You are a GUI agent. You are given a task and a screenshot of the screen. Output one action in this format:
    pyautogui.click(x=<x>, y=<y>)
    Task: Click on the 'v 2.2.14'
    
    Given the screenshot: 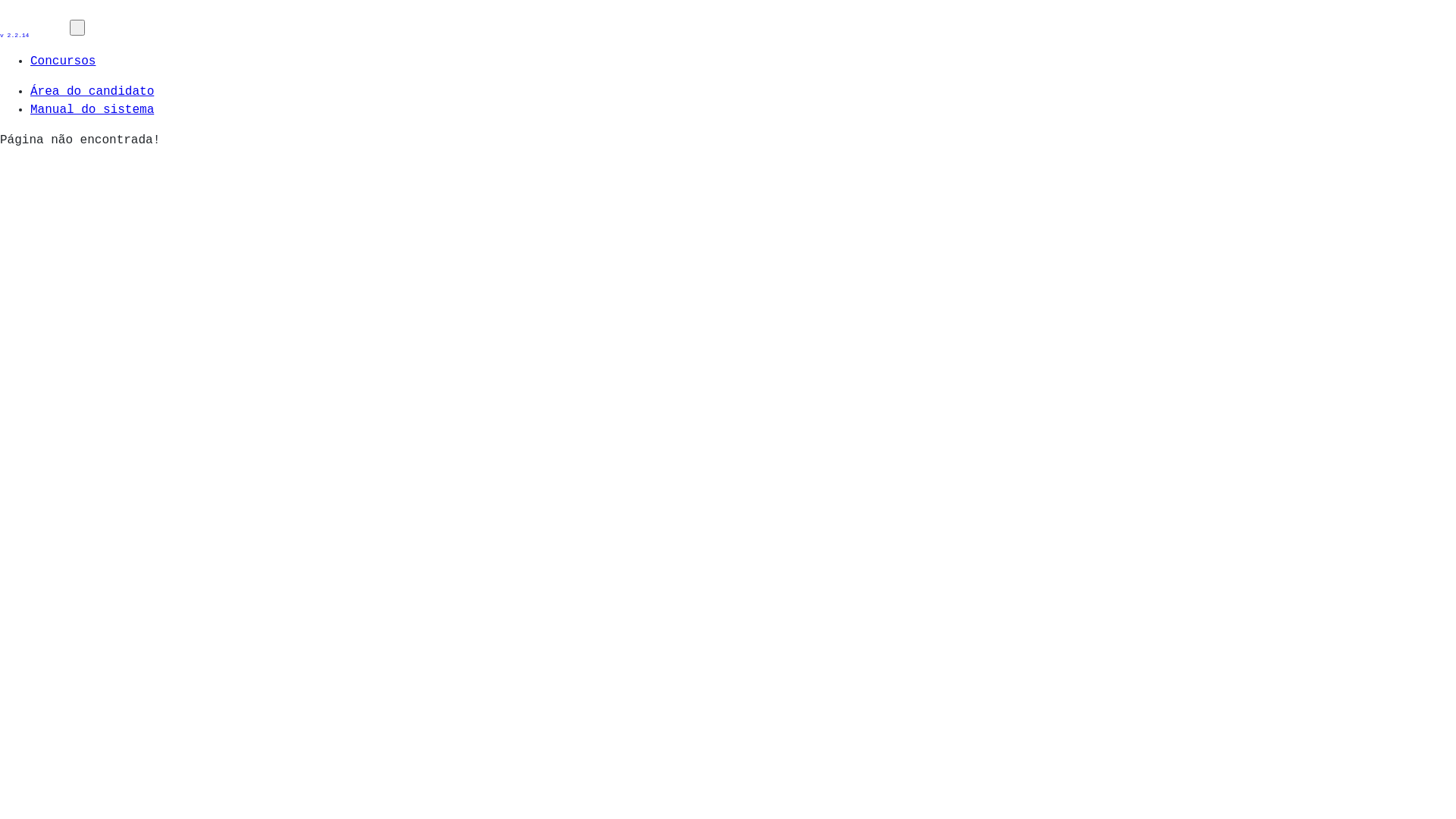 What is the action you would take?
    pyautogui.click(x=35, y=28)
    